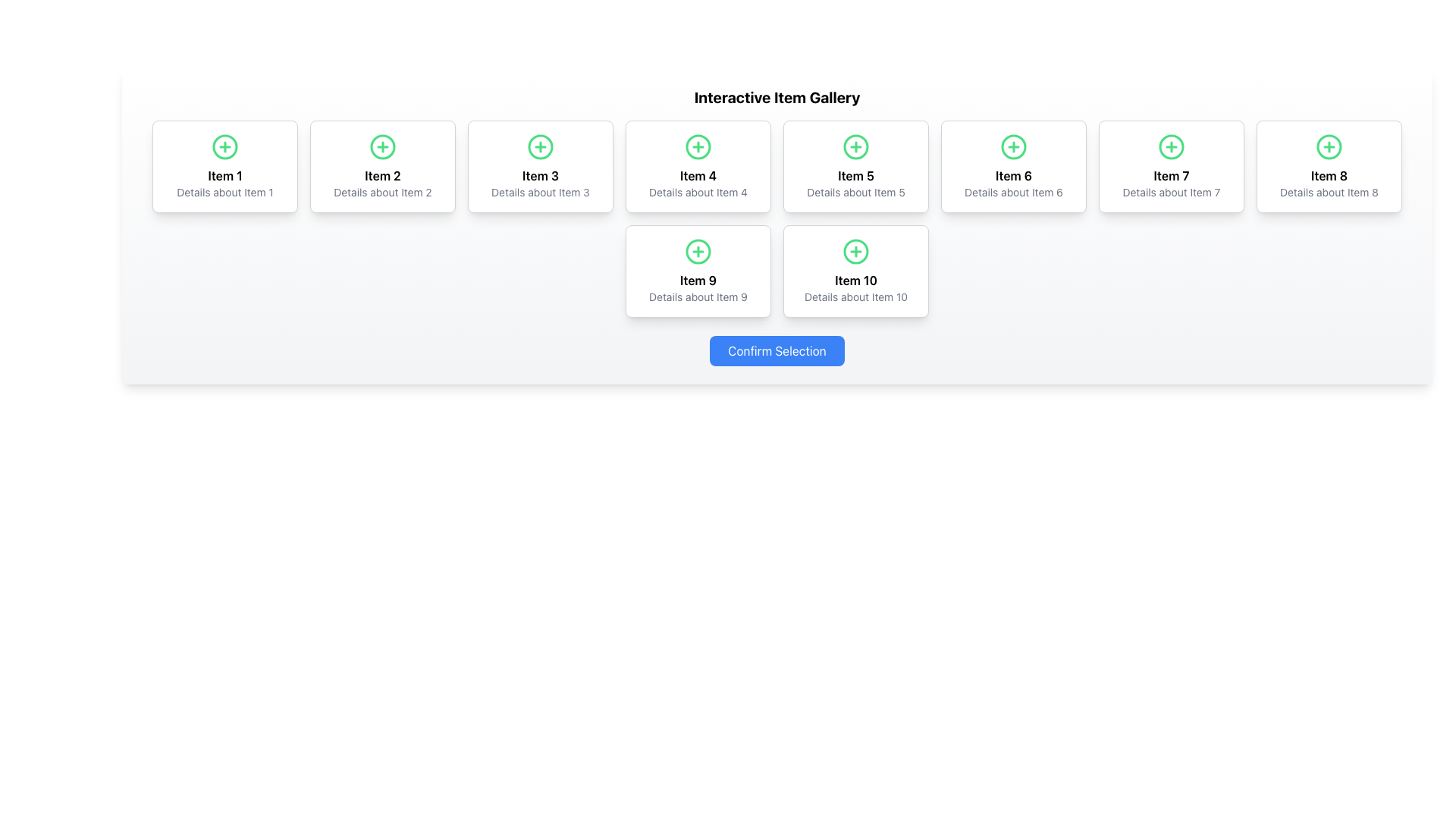  What do you see at coordinates (698, 250) in the screenshot?
I see `the circular green icon with a plus sign at the top center of the card labeled 'Item 9'` at bounding box center [698, 250].